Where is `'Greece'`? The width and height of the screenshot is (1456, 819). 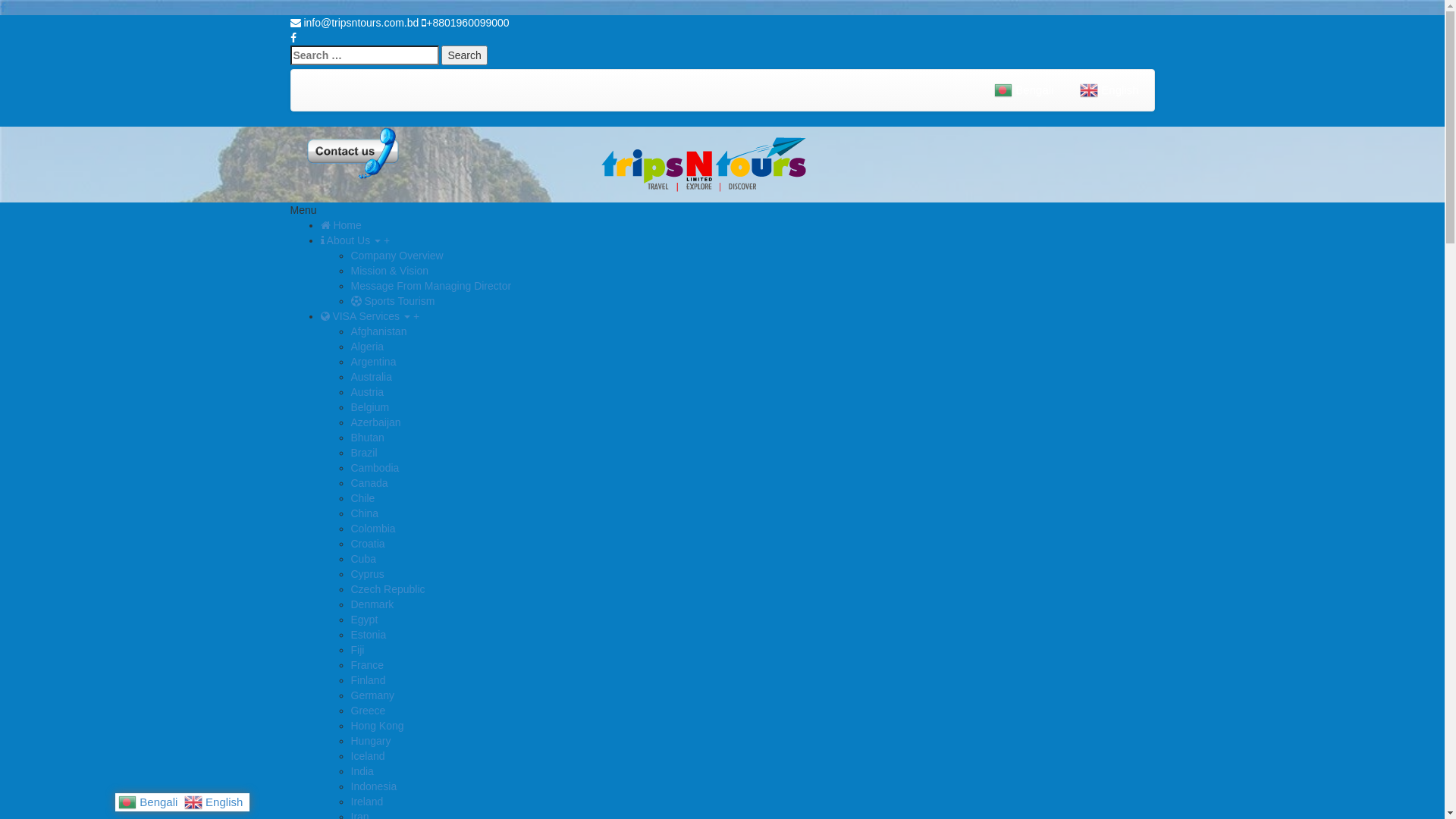
'Greece' is located at coordinates (367, 711).